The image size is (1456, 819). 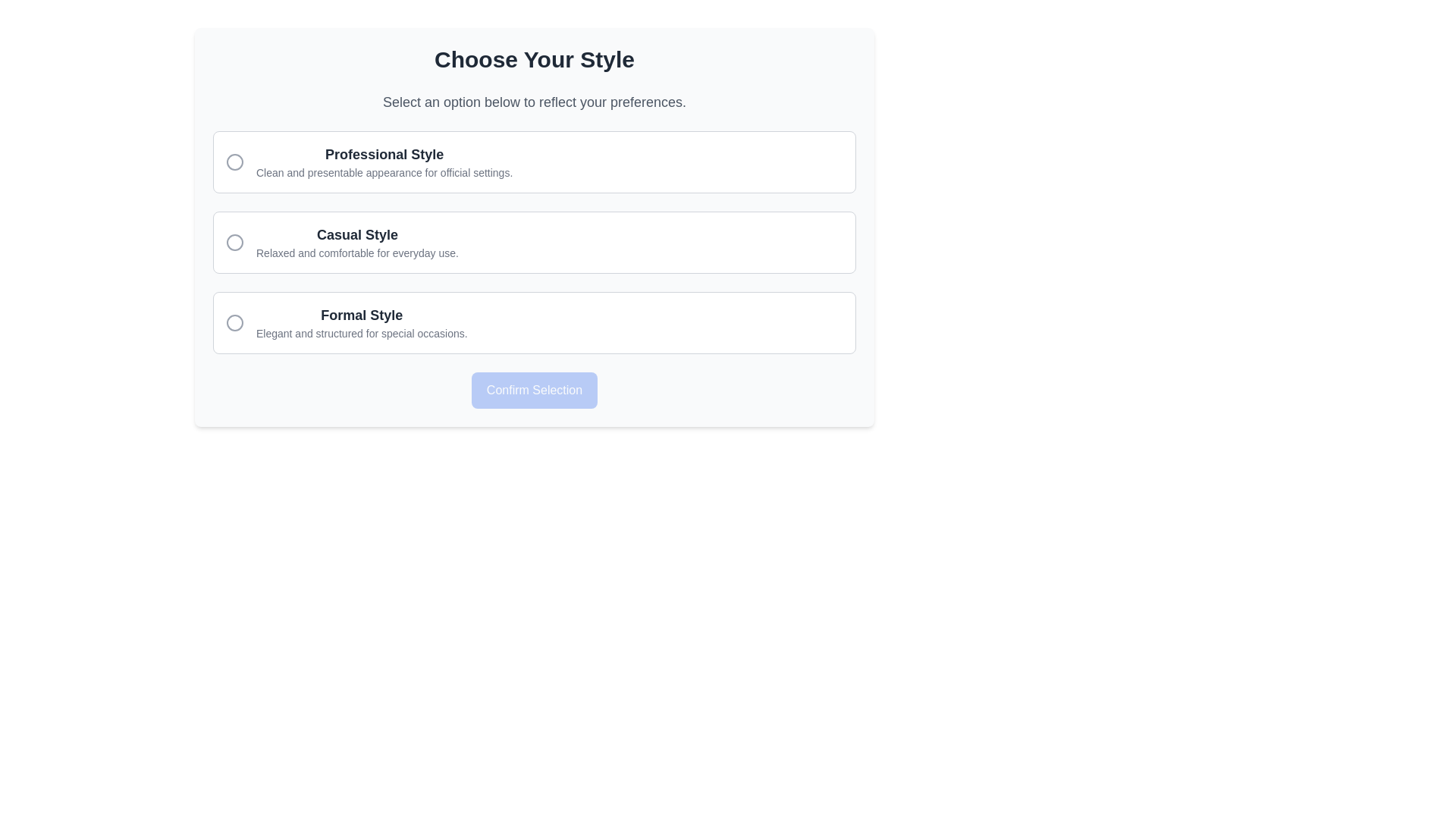 What do you see at coordinates (361, 315) in the screenshot?
I see `text label stating 'Formal Style', which is the topmost text in the third choice option of the 'Choose Your Style' section, positioned below 'Casual Style' and above a descriptive line` at bounding box center [361, 315].